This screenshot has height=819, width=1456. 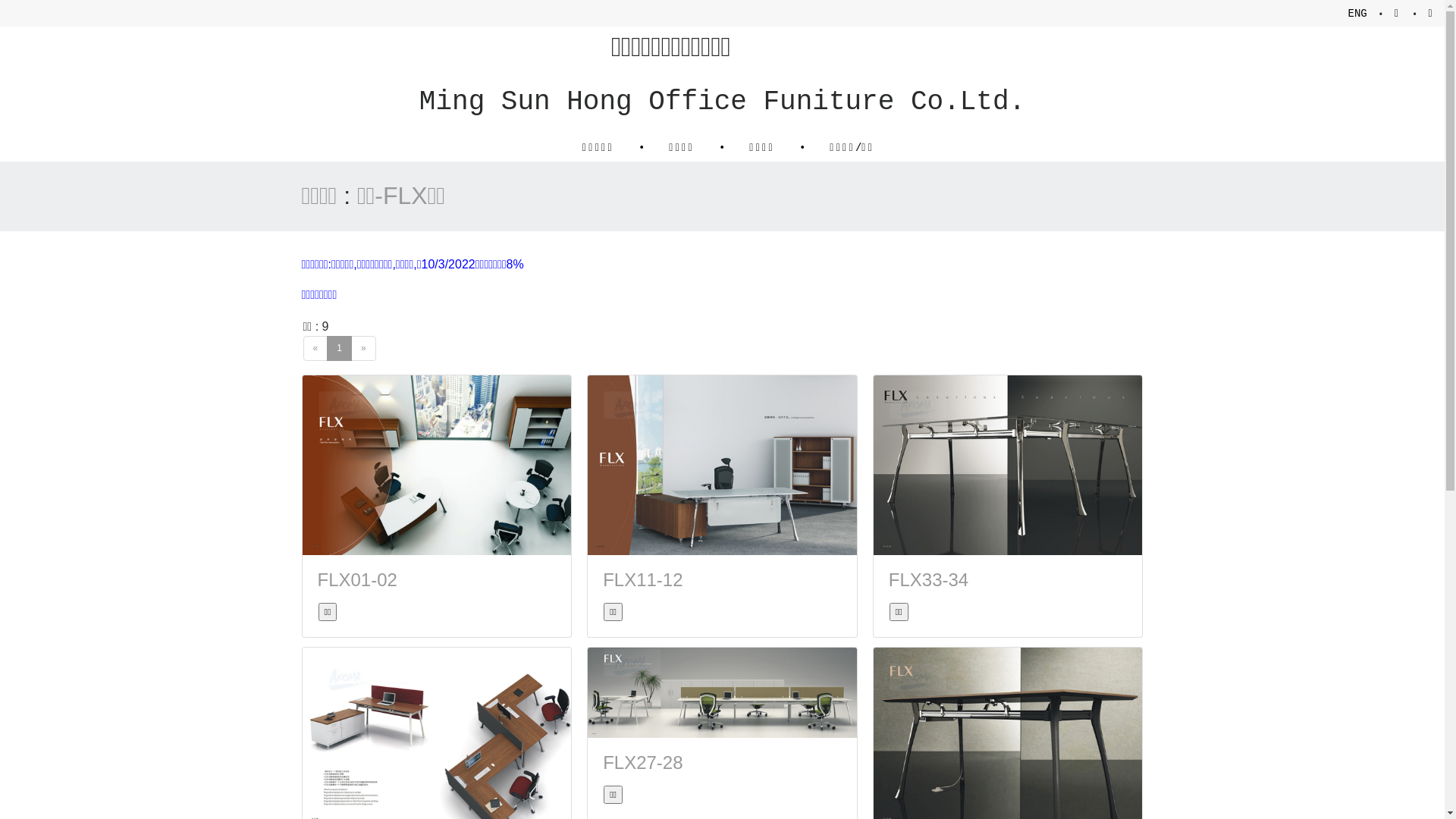 I want to click on '1', so click(x=338, y=348).